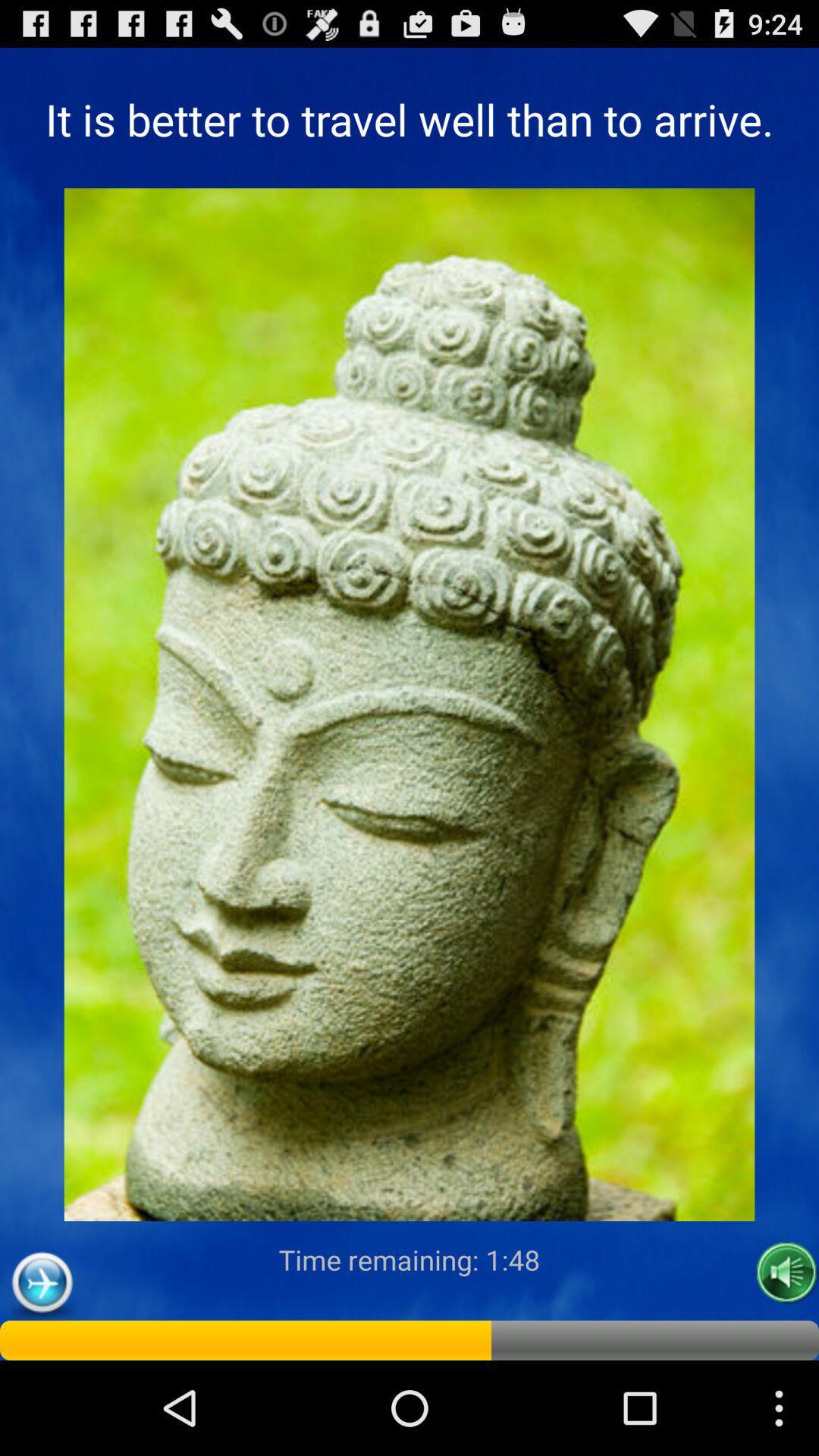 The width and height of the screenshot is (819, 1456). What do you see at coordinates (786, 1272) in the screenshot?
I see `icon next to the time remaining 1` at bounding box center [786, 1272].